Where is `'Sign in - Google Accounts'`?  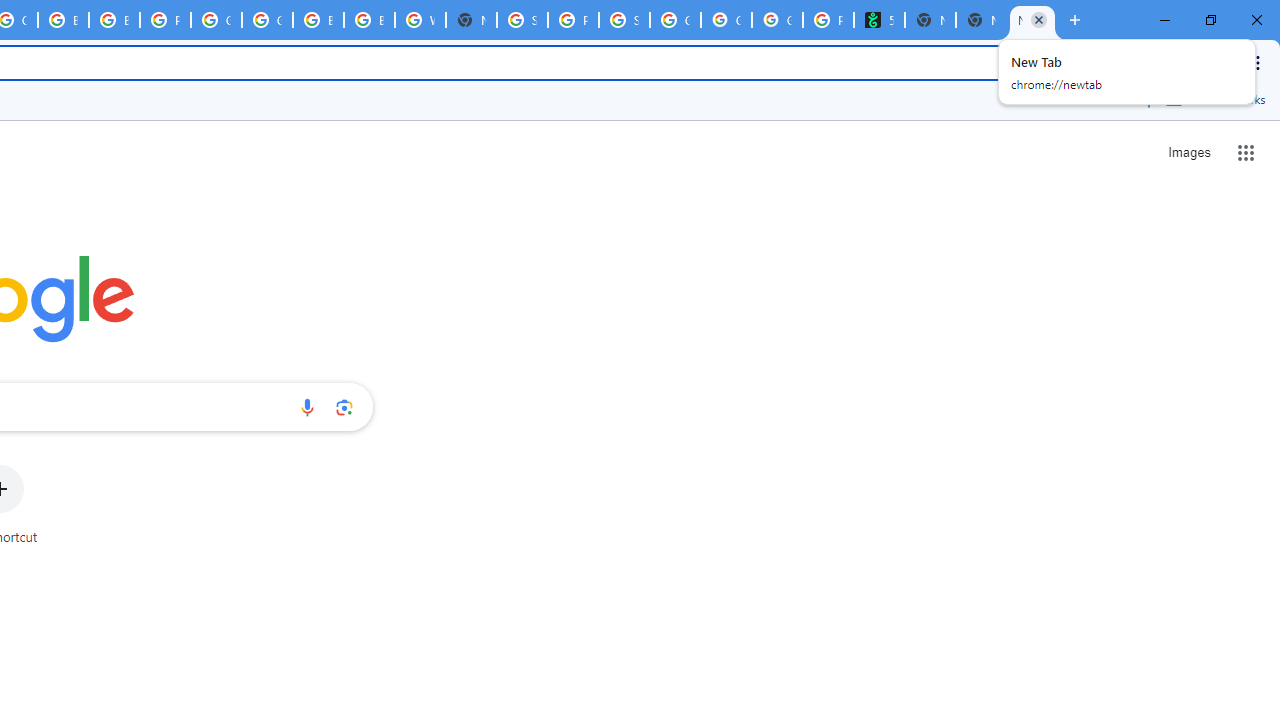
'Sign in - Google Accounts' is located at coordinates (522, 20).